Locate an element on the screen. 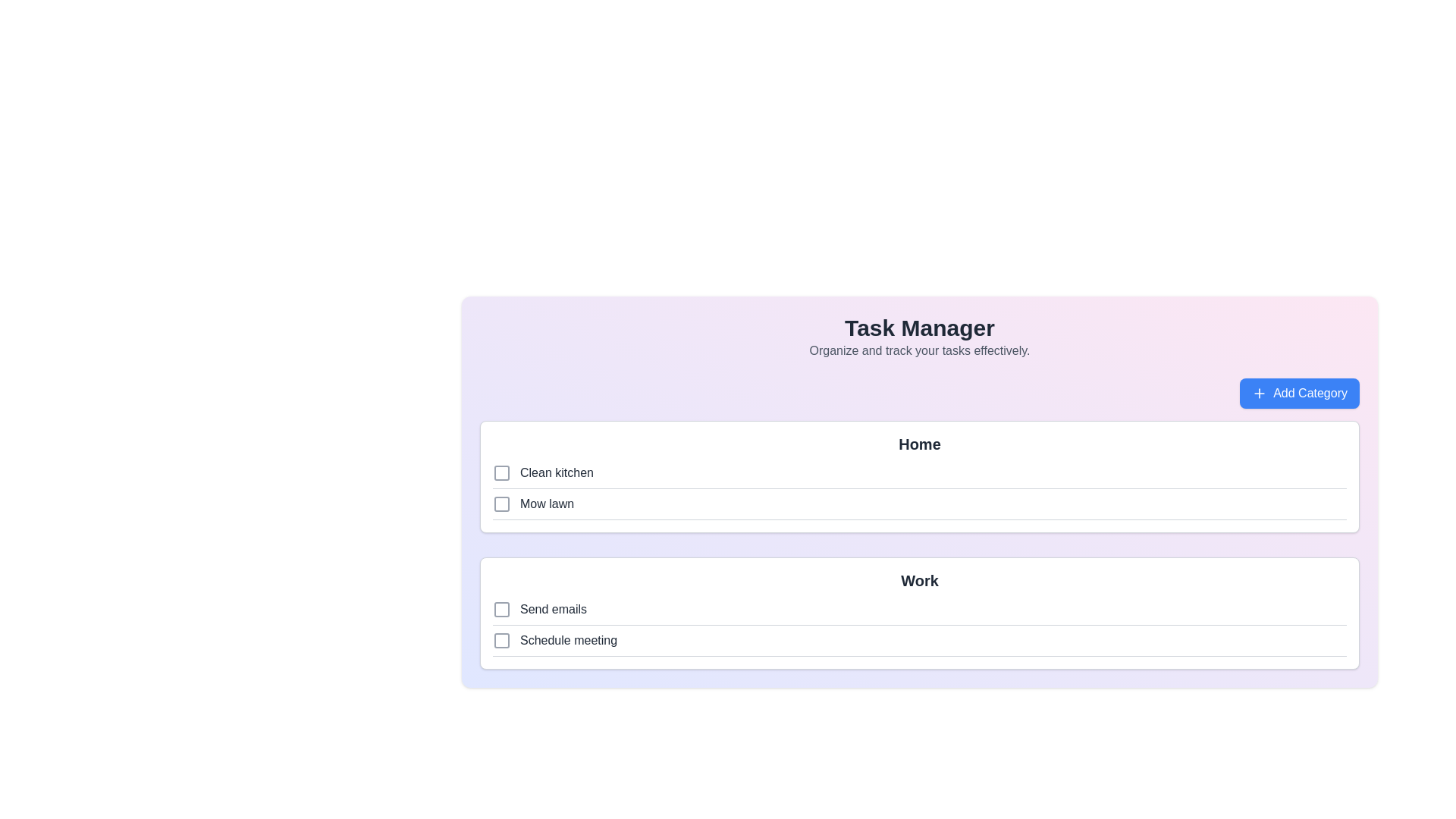 This screenshot has height=819, width=1456. the checkbox next to the task 'Clean kitchen' is located at coordinates (502, 472).